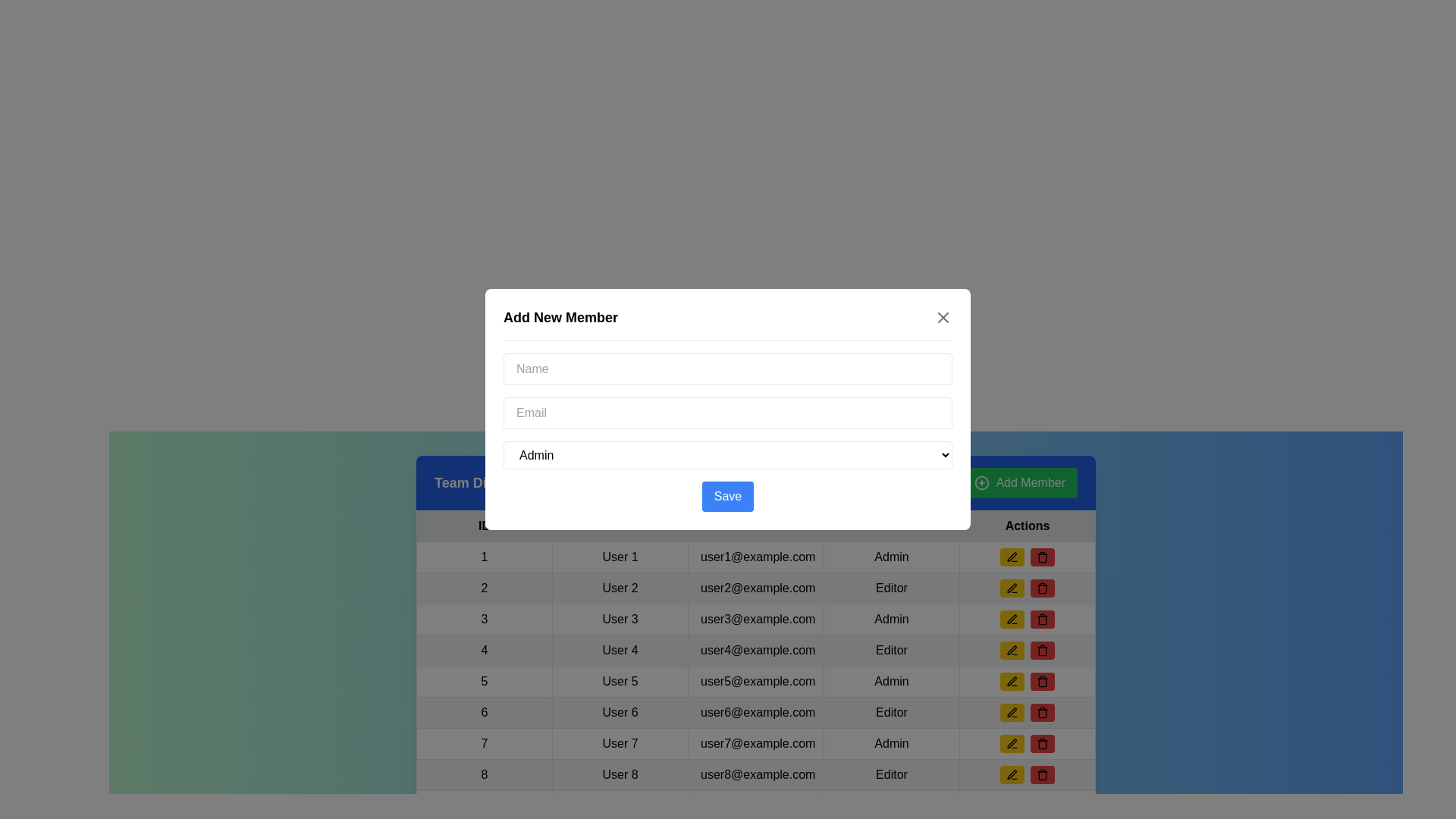  I want to click on the Trash Bin Icon located in the Actions column of the data table, so click(1041, 713).